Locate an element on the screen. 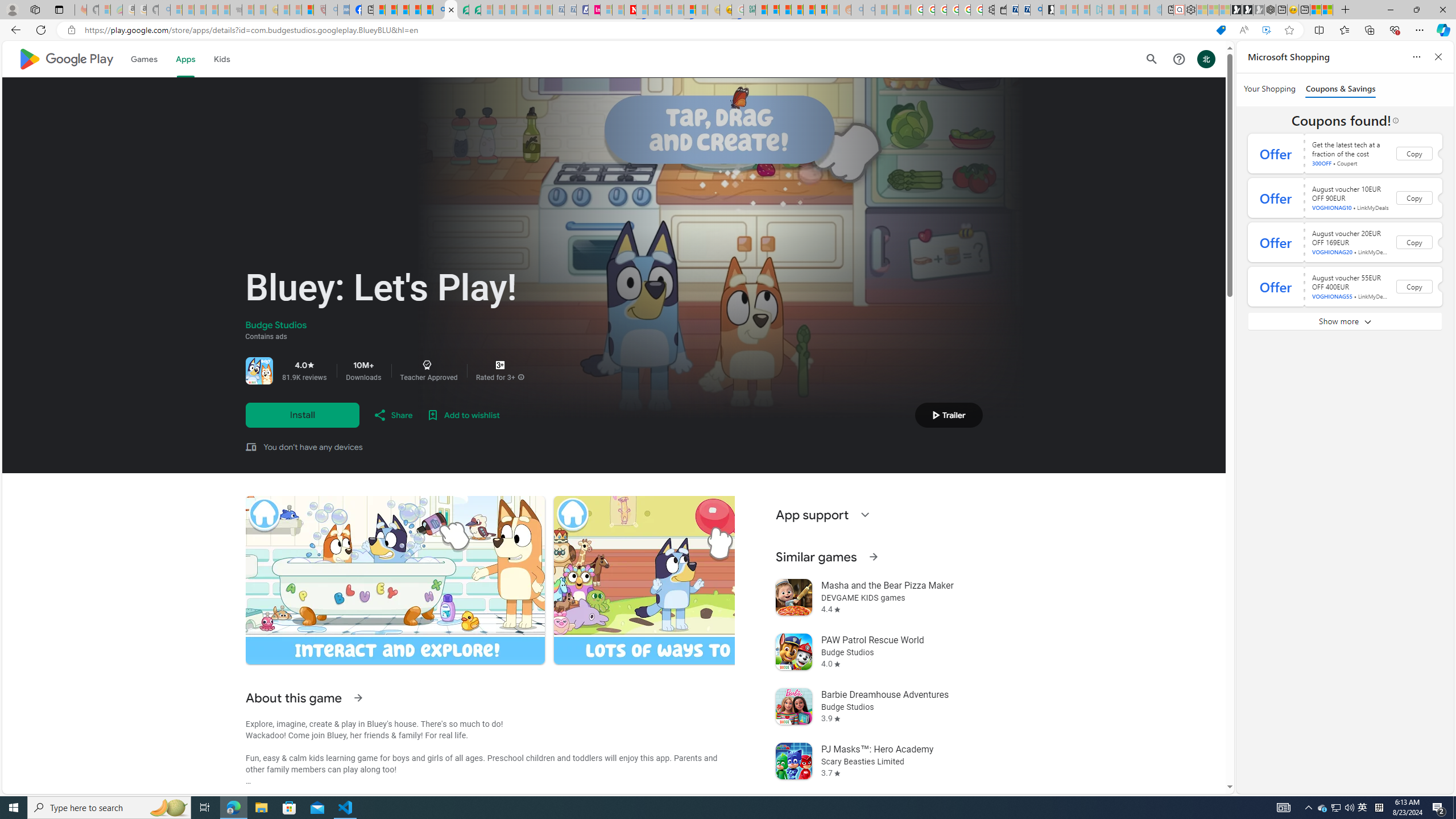 The height and width of the screenshot is (819, 1456). 'Combat Siege' is located at coordinates (236, 9).